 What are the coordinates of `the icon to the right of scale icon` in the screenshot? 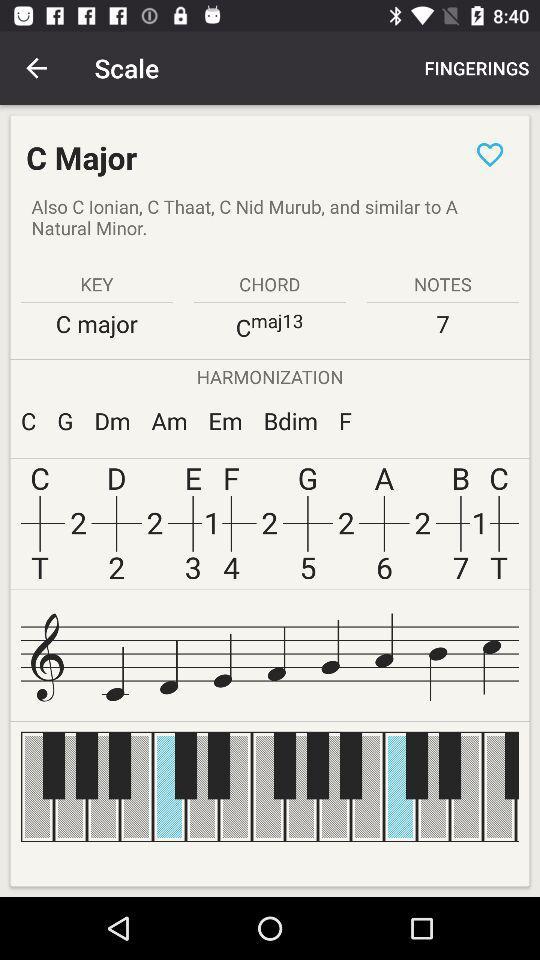 It's located at (475, 68).